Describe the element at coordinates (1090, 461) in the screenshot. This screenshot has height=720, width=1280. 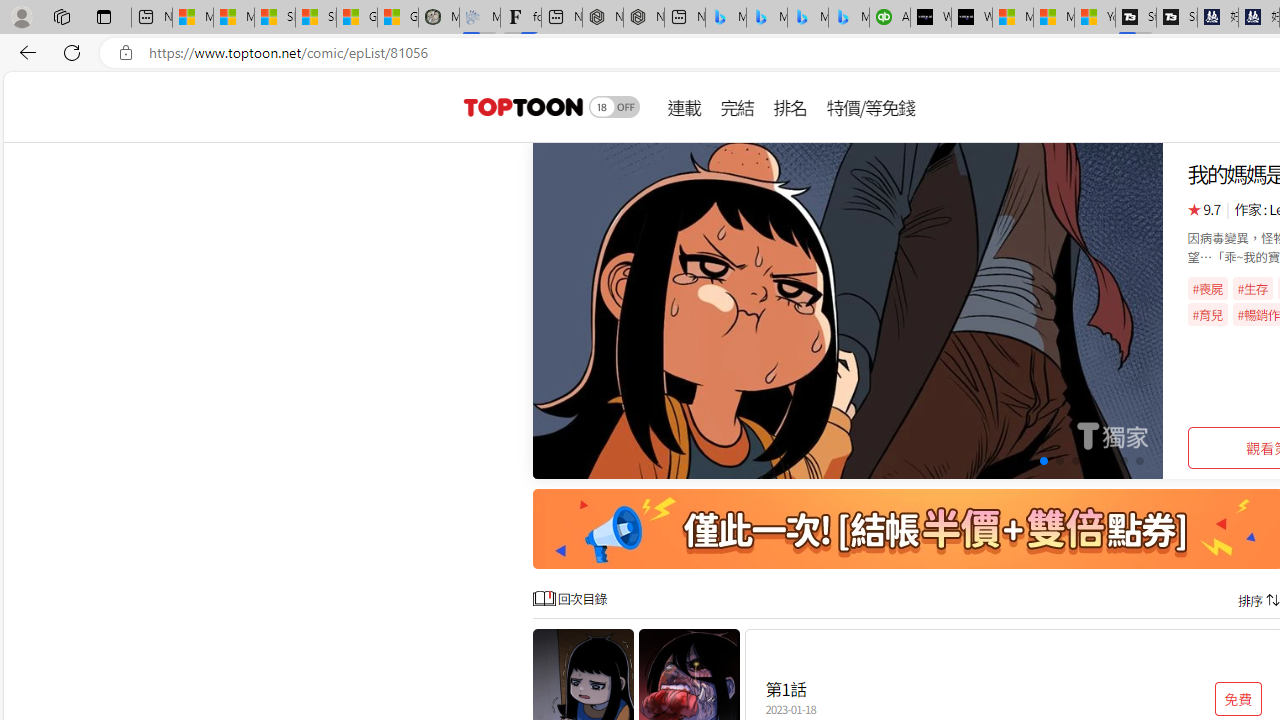
I see `'Go to slide 7'` at that location.